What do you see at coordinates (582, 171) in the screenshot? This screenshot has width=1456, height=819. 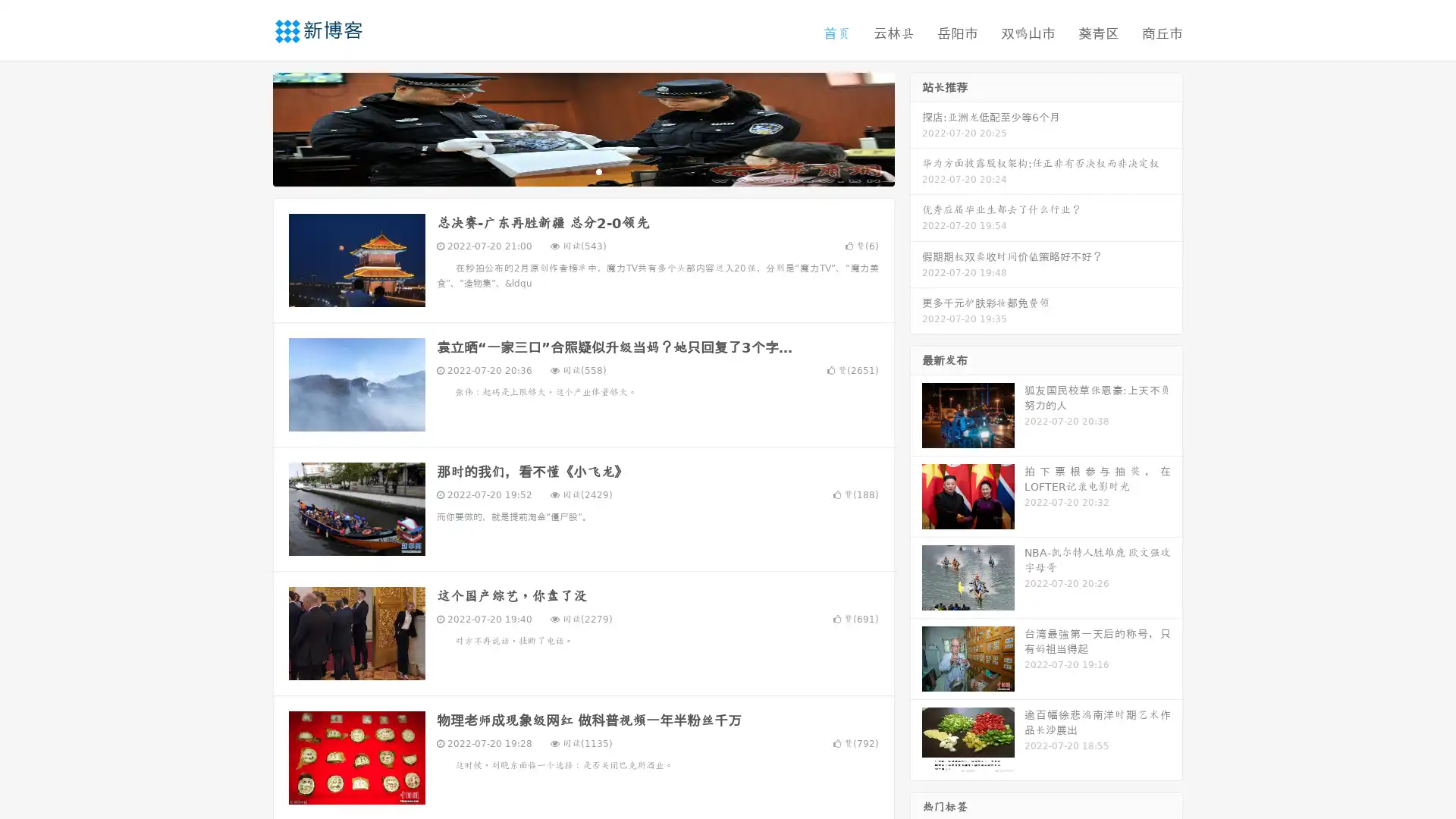 I see `Go to slide 2` at bounding box center [582, 171].